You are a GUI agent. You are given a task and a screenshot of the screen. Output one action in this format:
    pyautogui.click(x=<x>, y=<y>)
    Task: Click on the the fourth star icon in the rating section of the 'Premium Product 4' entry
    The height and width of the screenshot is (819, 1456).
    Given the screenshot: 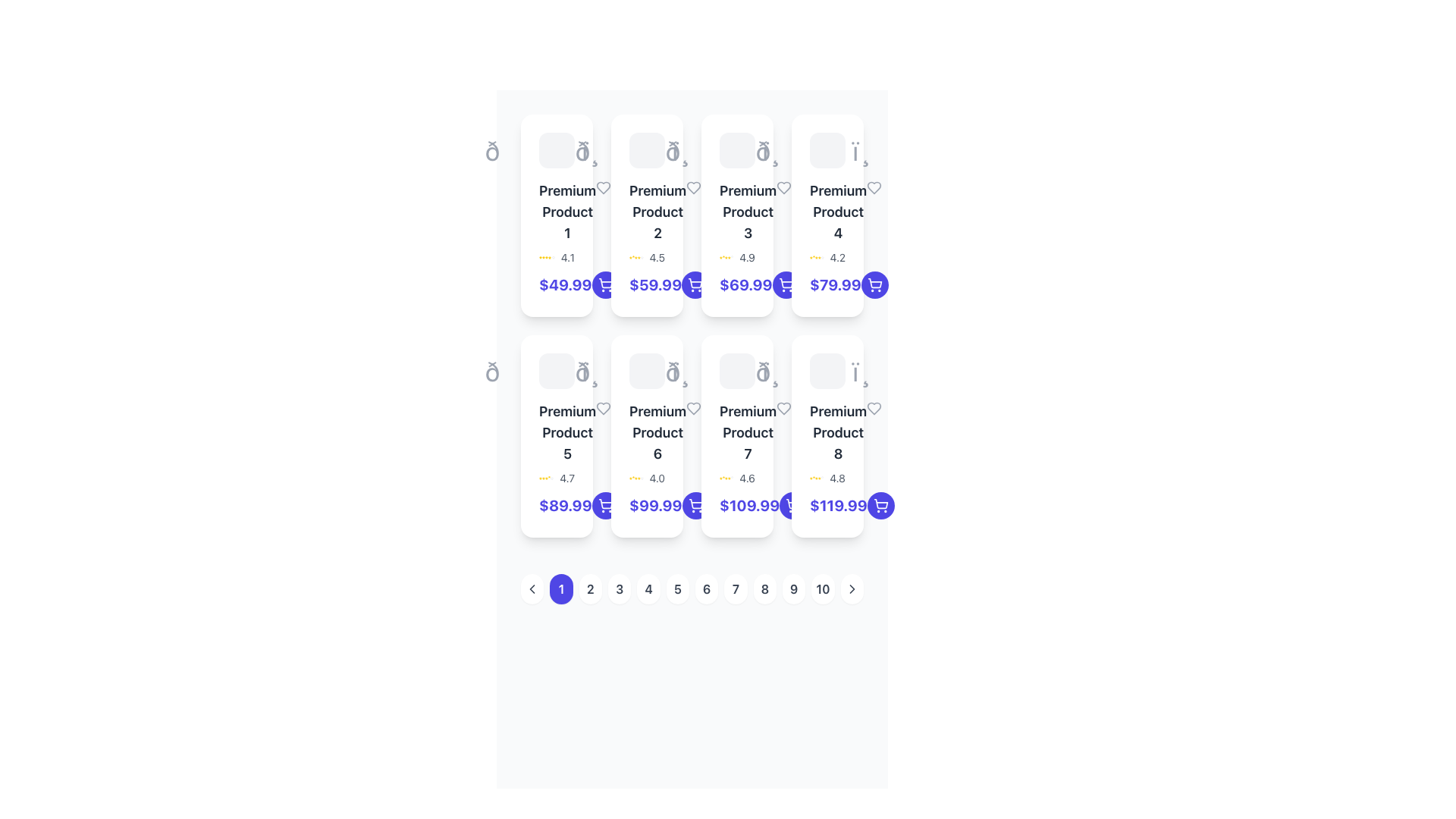 What is the action you would take?
    pyautogui.click(x=816, y=256)
    